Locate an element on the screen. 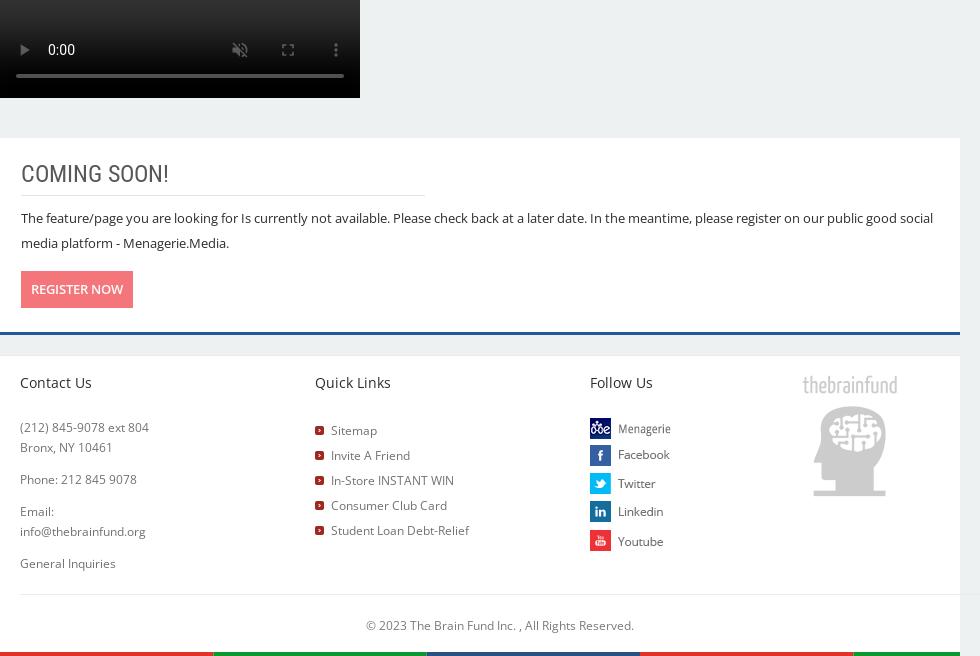 This screenshot has width=980, height=656. 'Phone: 212 845 9078' is located at coordinates (78, 479).